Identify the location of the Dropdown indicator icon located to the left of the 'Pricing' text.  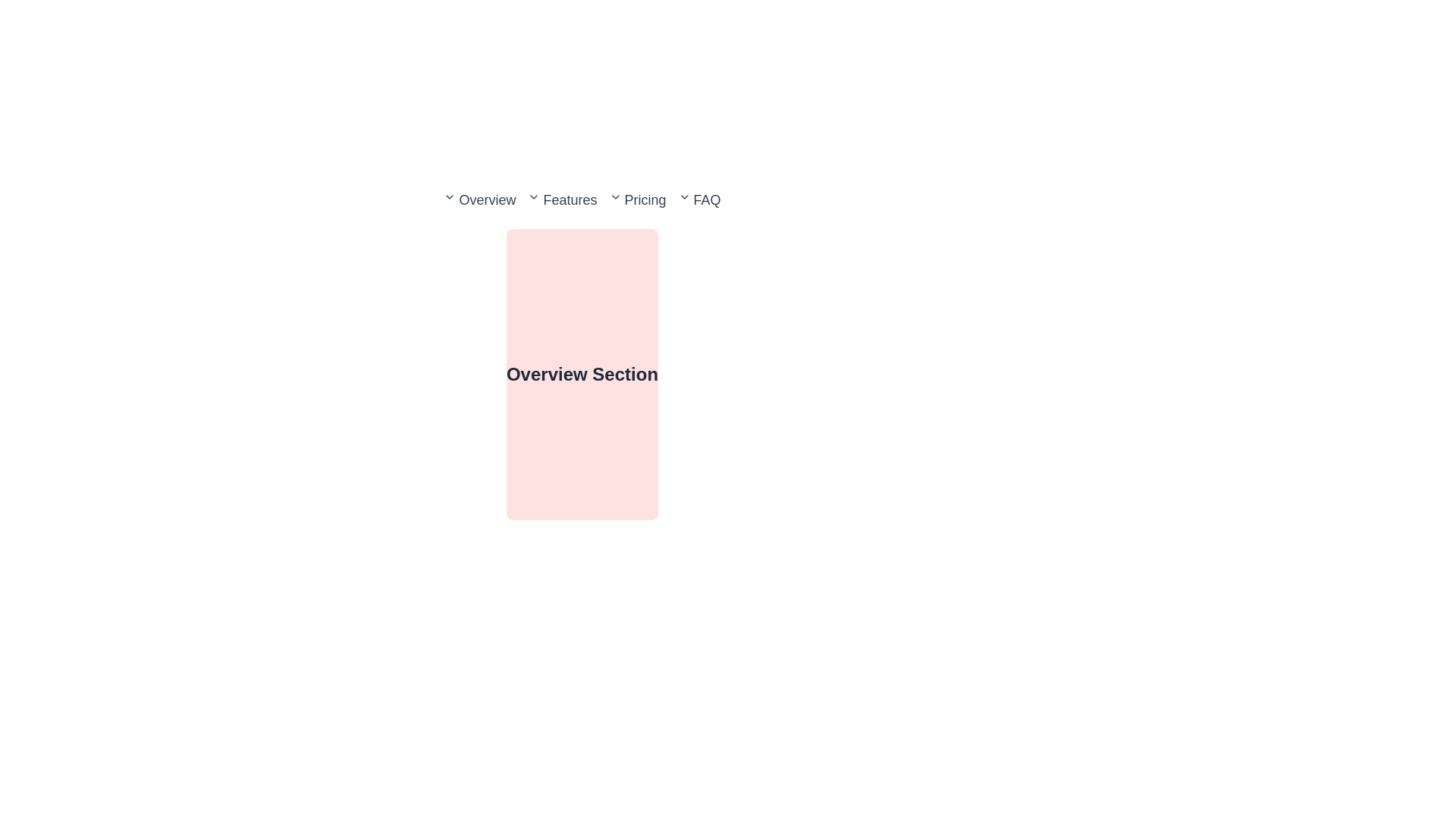
(615, 196).